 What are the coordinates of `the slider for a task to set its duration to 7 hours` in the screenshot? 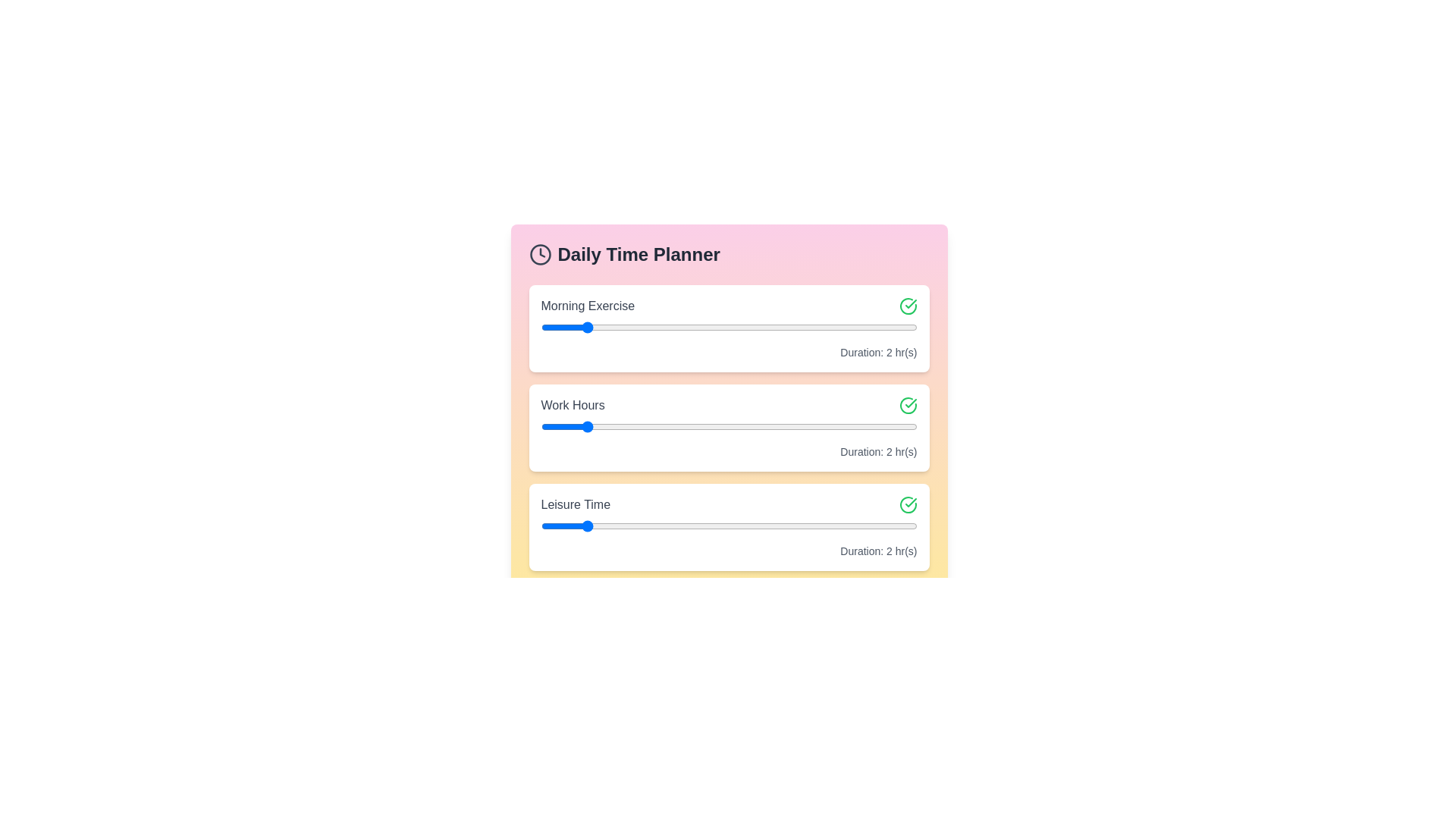 It's located at (791, 327).